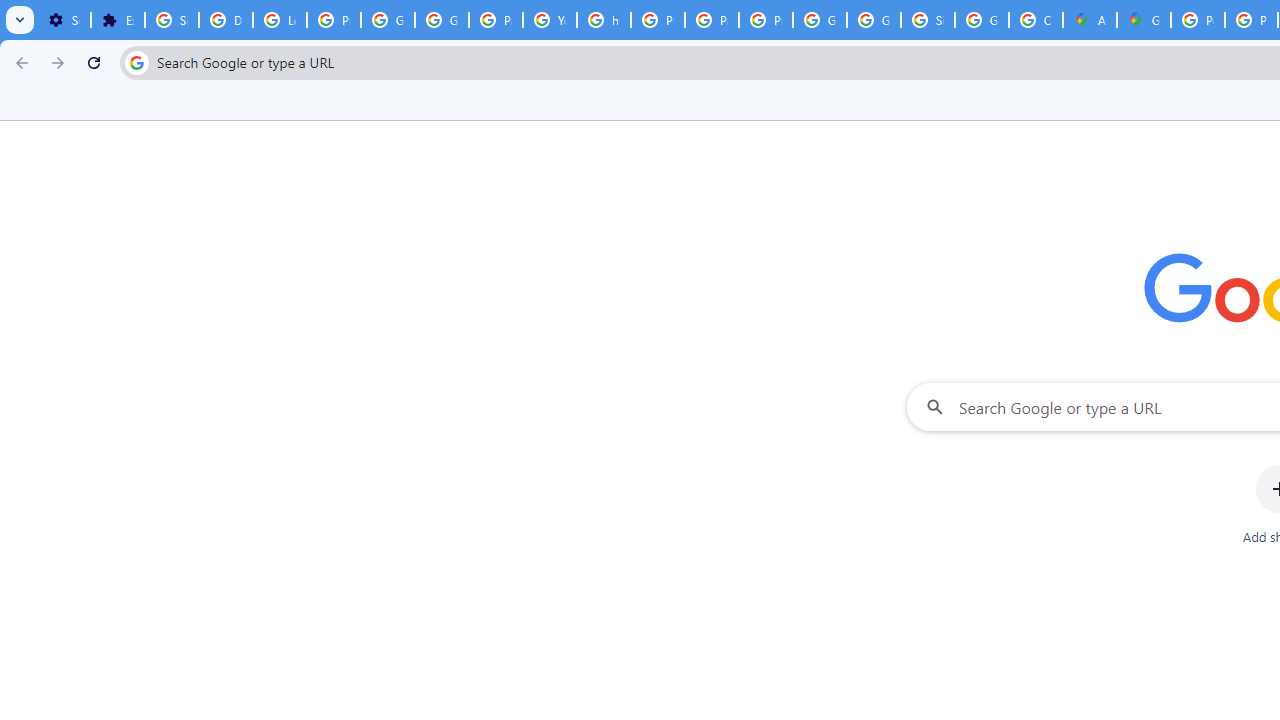 This screenshot has height=720, width=1280. I want to click on 'Google Account Help', so click(387, 20).